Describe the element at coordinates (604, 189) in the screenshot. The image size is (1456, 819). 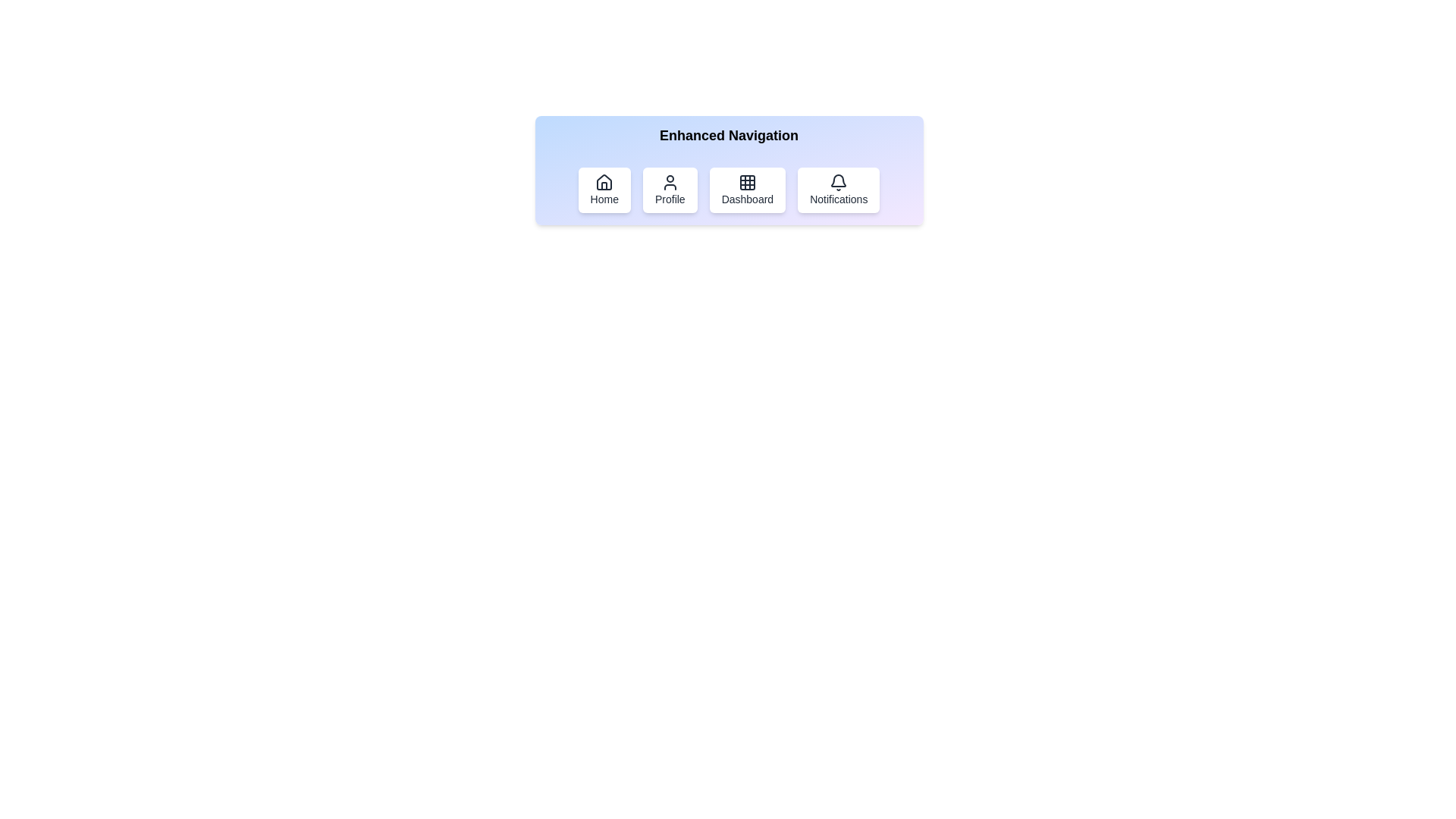
I see `the 'Home' button located at the far left of the horizontal navigation bar to trigger a hover effect` at that location.